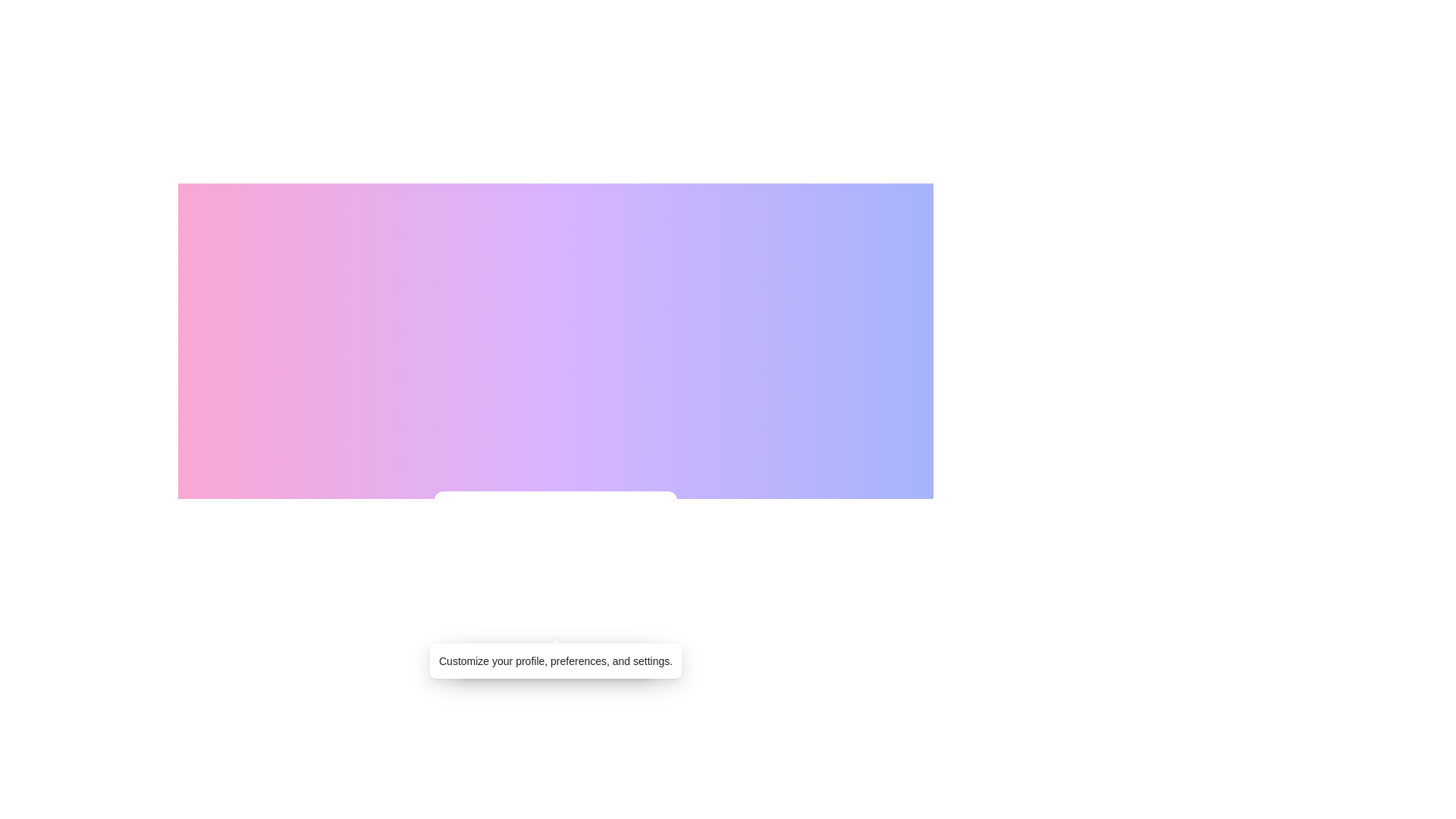 The height and width of the screenshot is (819, 1456). Describe the element at coordinates (555, 592) in the screenshot. I see `displayed information from the profile card for user 'Jenny', which is centrally placed in the interface and contains options for managing settings and taking breaks` at that location.